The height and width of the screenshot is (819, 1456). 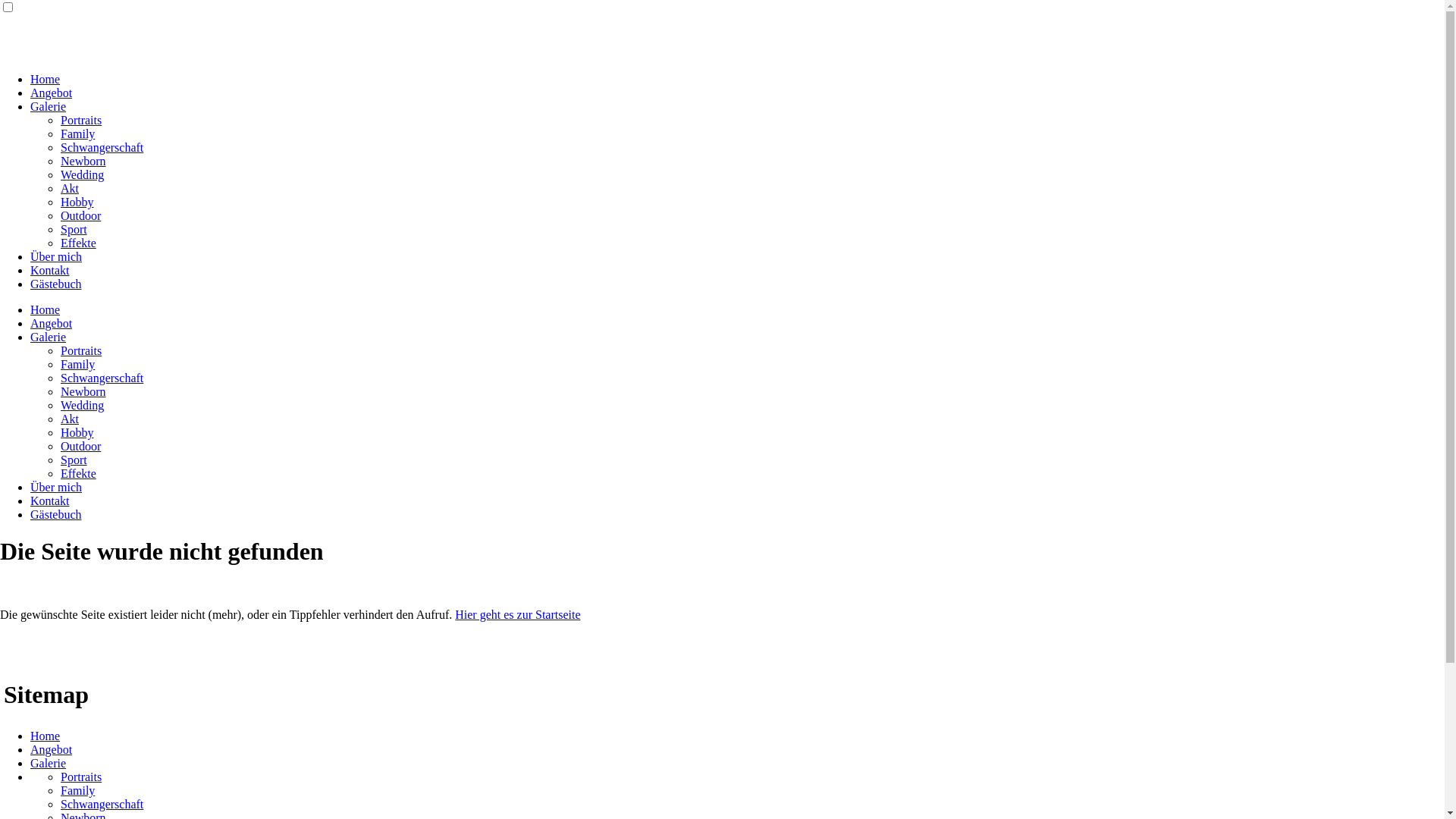 What do you see at coordinates (50, 269) in the screenshot?
I see `'Kontakt'` at bounding box center [50, 269].